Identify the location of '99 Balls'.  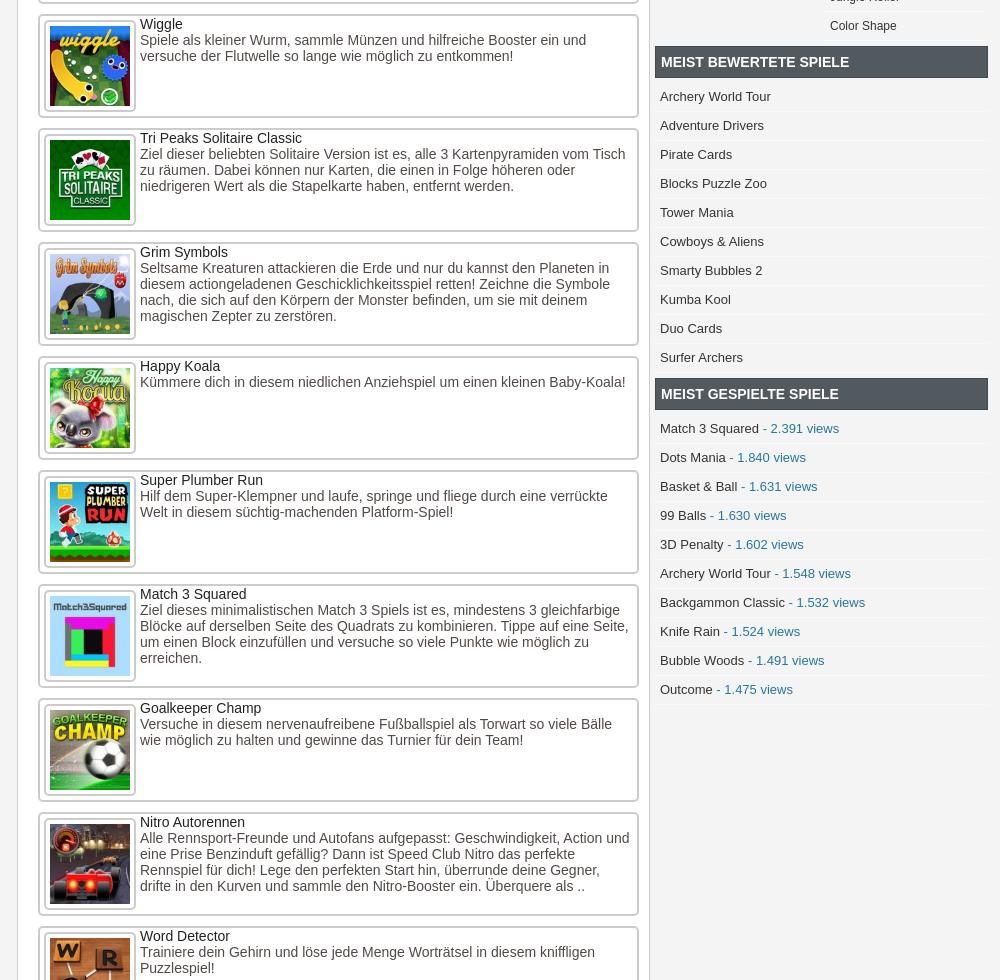
(683, 515).